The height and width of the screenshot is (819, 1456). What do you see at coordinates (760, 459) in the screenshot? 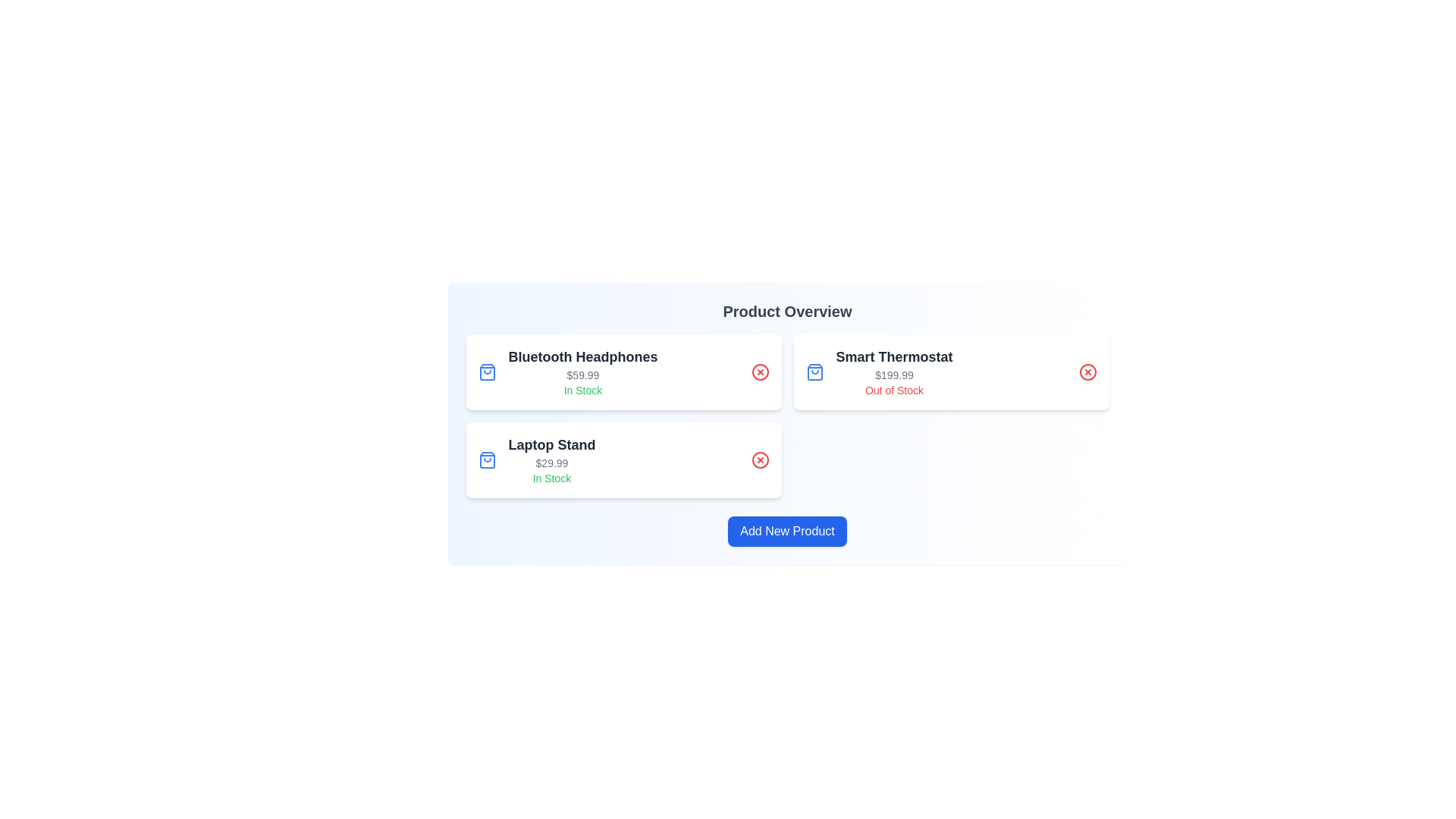
I see `remove button for the product identified by Laptop Stand` at bounding box center [760, 459].